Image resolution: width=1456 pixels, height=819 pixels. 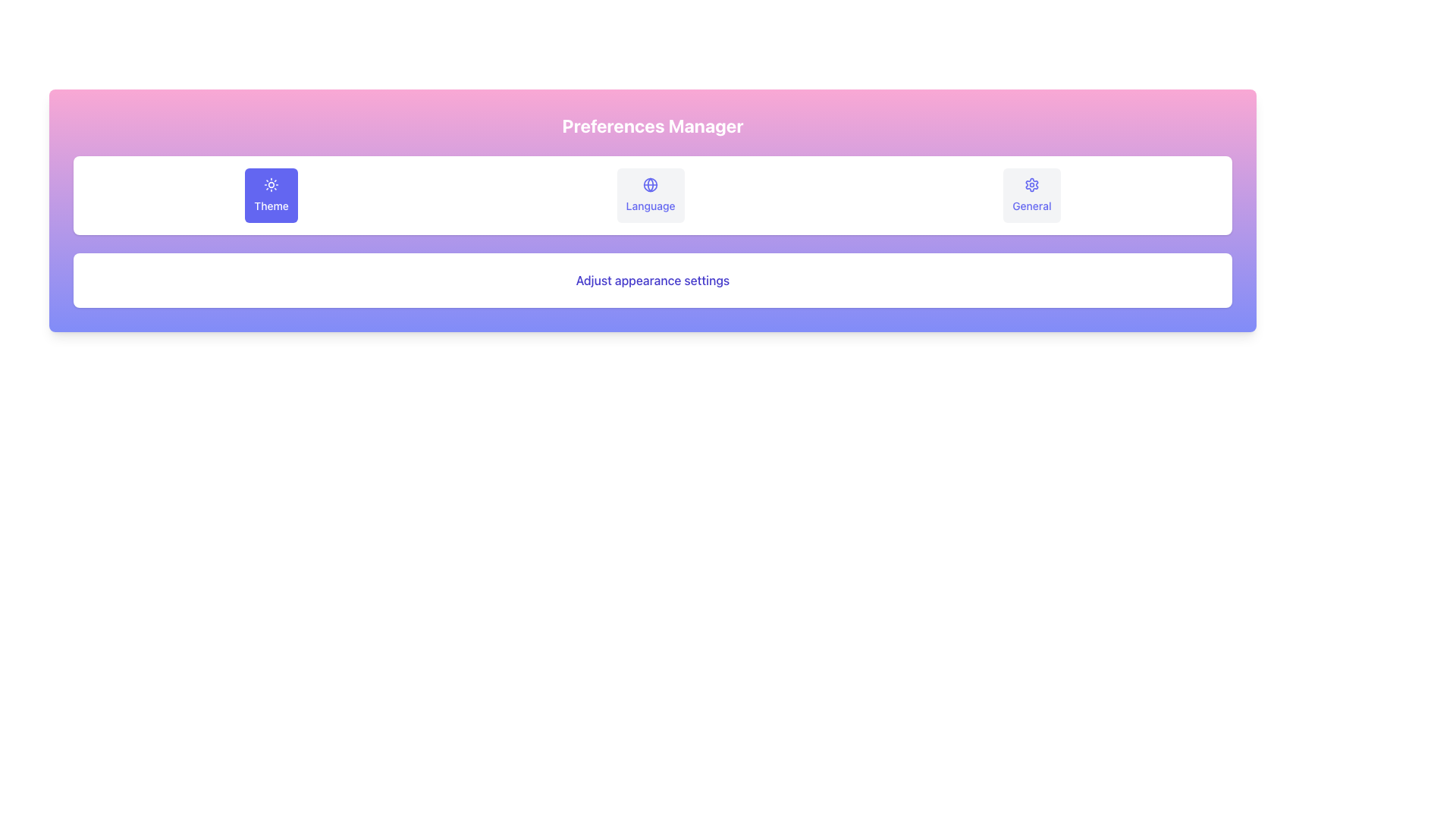 What do you see at coordinates (271, 184) in the screenshot?
I see `the sun-like SVG icon located within the blue rounded rectangular button labeled 'Theme'` at bounding box center [271, 184].